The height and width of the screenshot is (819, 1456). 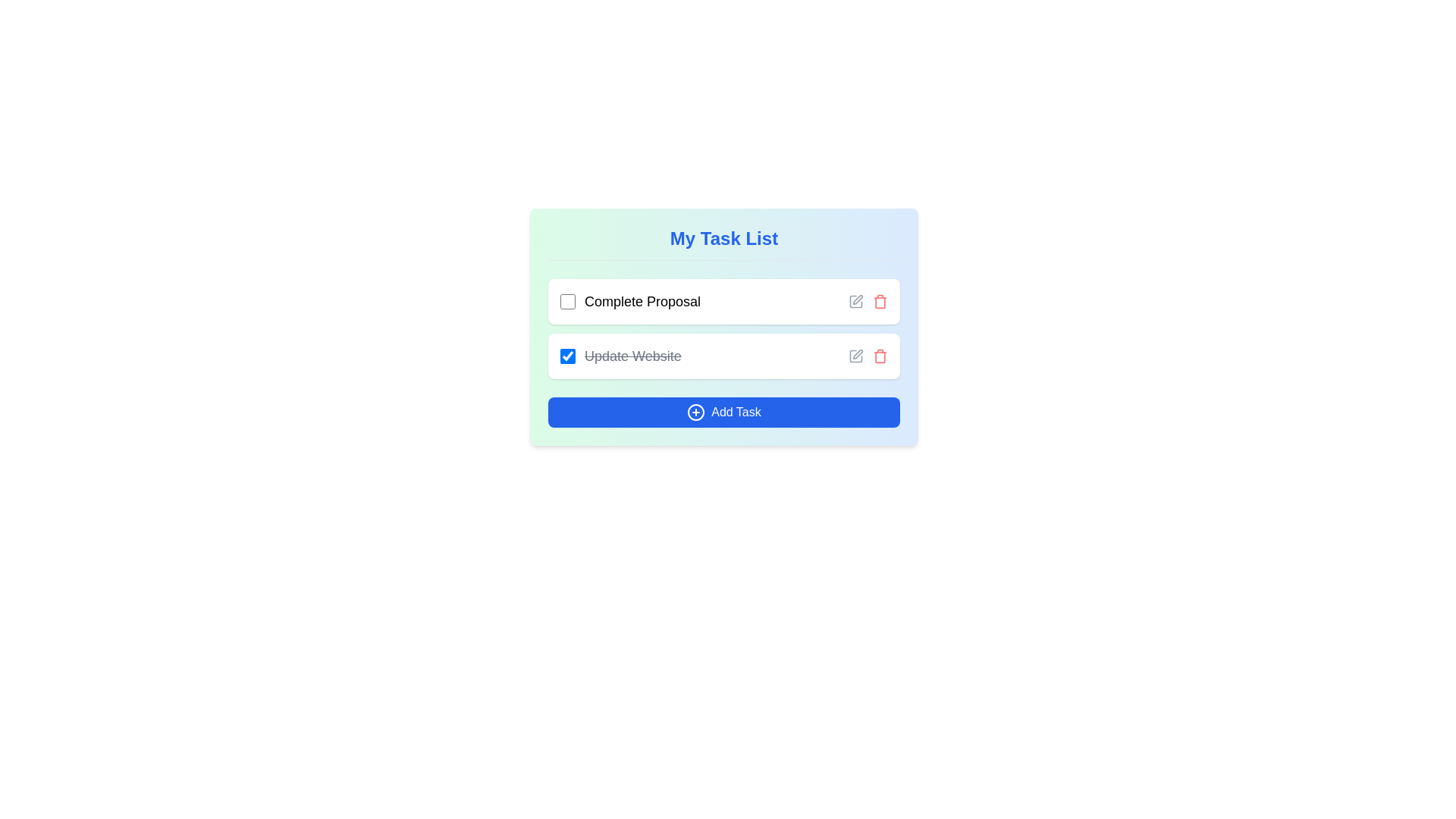 I want to click on the edit icon located to the right of the 'Update Website' task, so click(x=858, y=300).